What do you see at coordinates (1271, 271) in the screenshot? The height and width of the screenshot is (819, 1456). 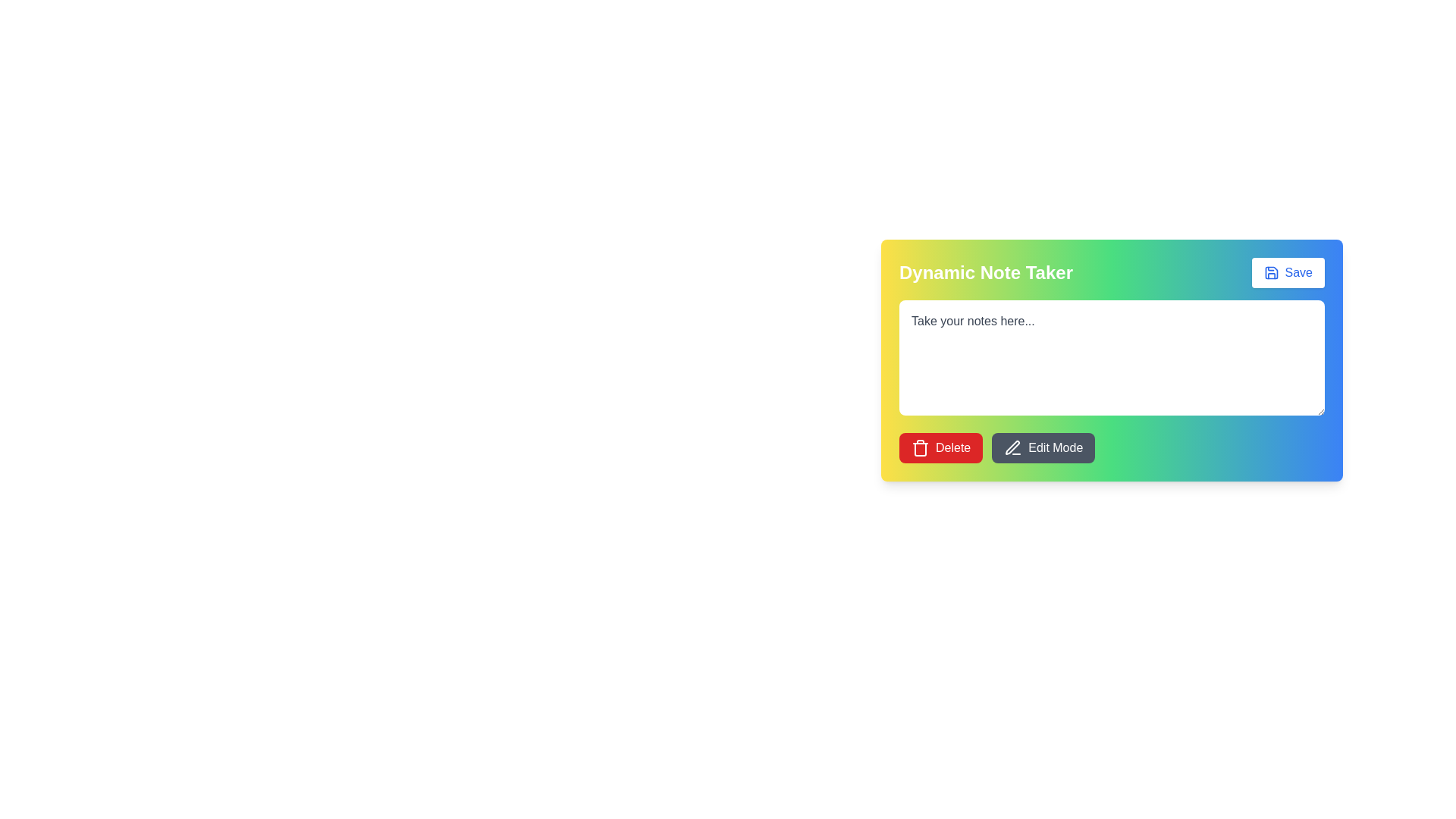 I see `the save icon located to the far left within the 'Save' button in the top-right corner of the Dynamic Note Taker interface` at bounding box center [1271, 271].